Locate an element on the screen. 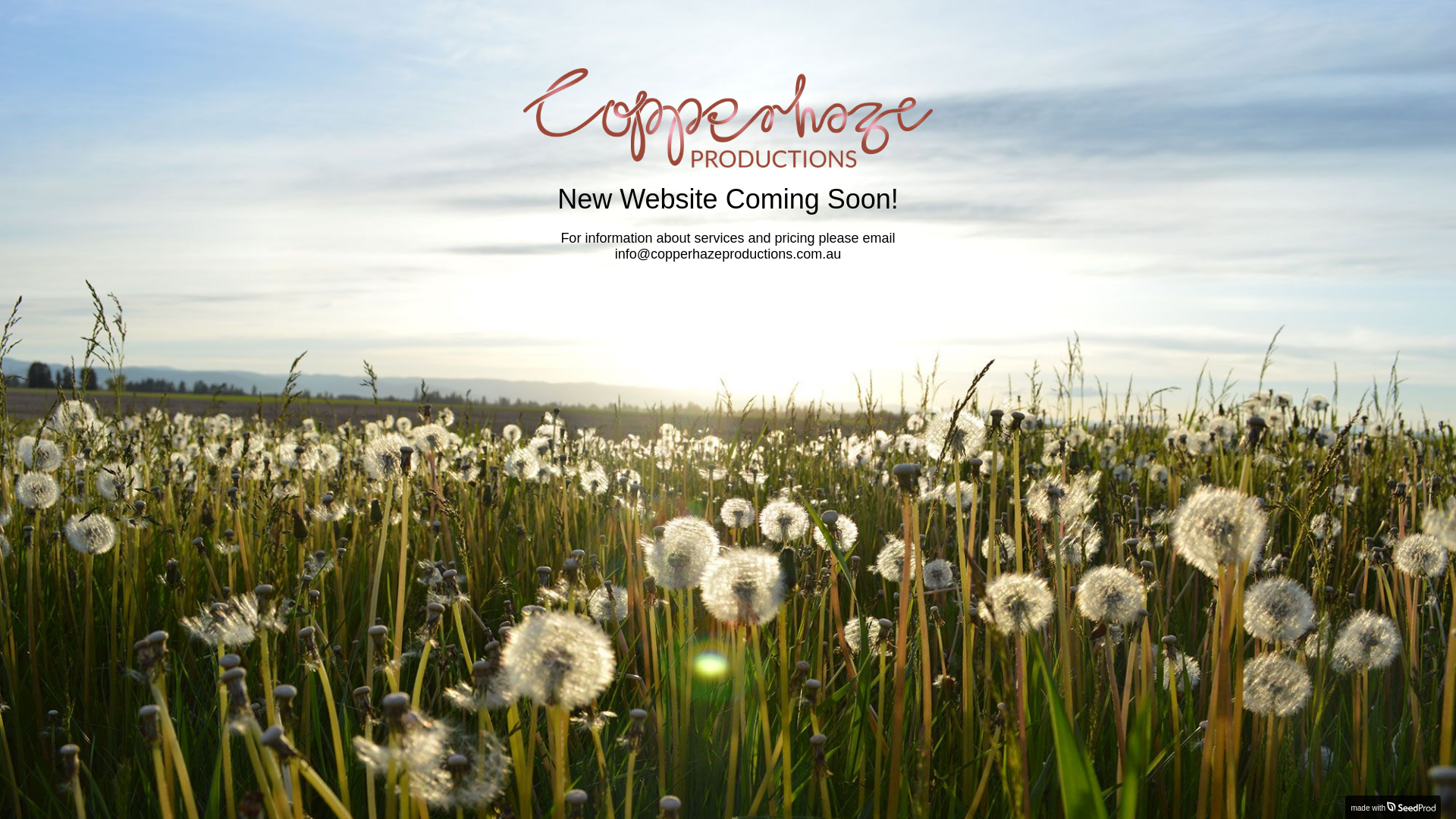 Image resolution: width=1456 pixels, height=819 pixels. 'made with' is located at coordinates (1393, 806).